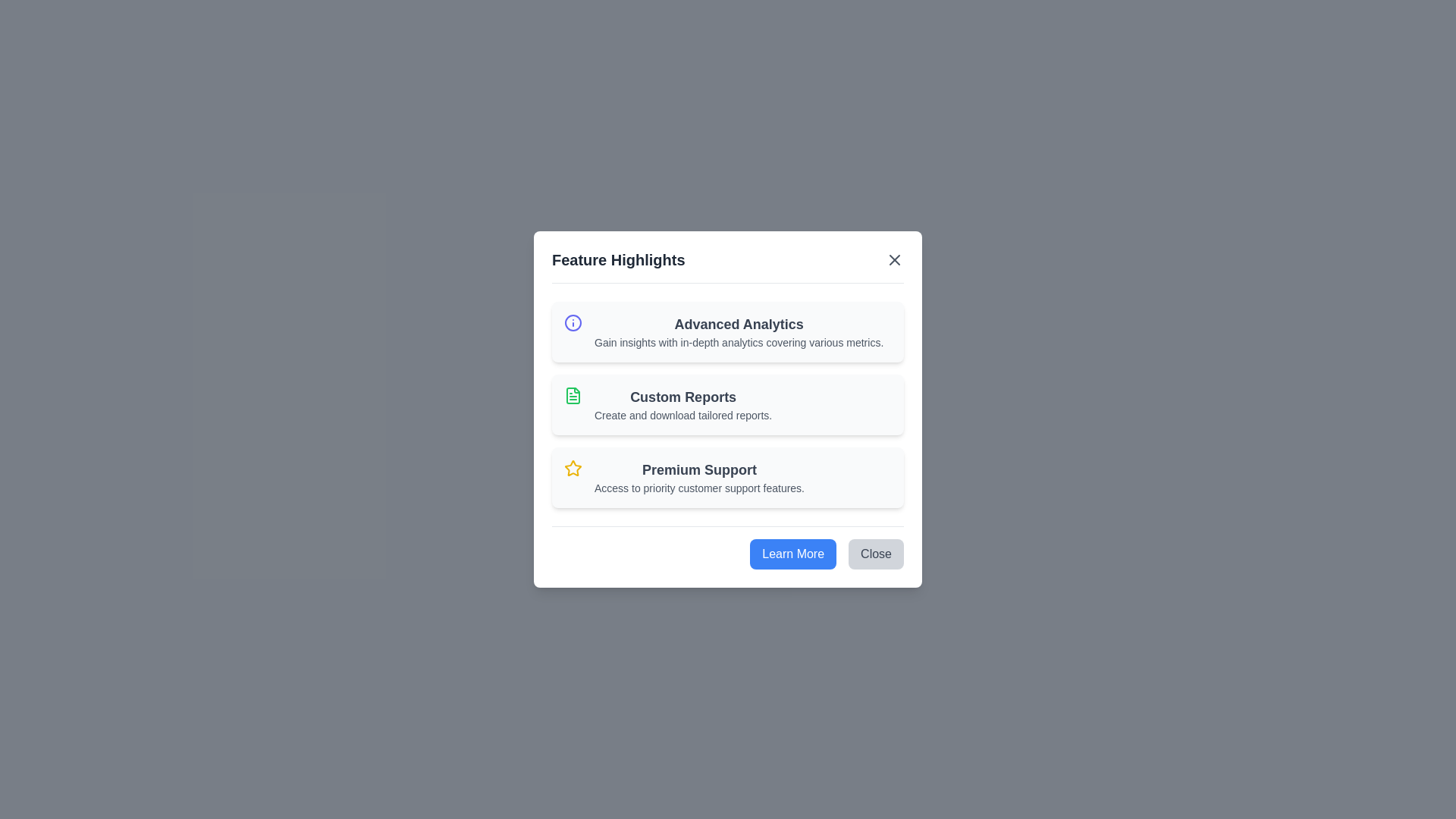  What do you see at coordinates (739, 324) in the screenshot?
I see `the Text element that serves as the title for the Advanced Analytics feature, positioned below a horizontal divider in the 'Feature Highlights' section` at bounding box center [739, 324].